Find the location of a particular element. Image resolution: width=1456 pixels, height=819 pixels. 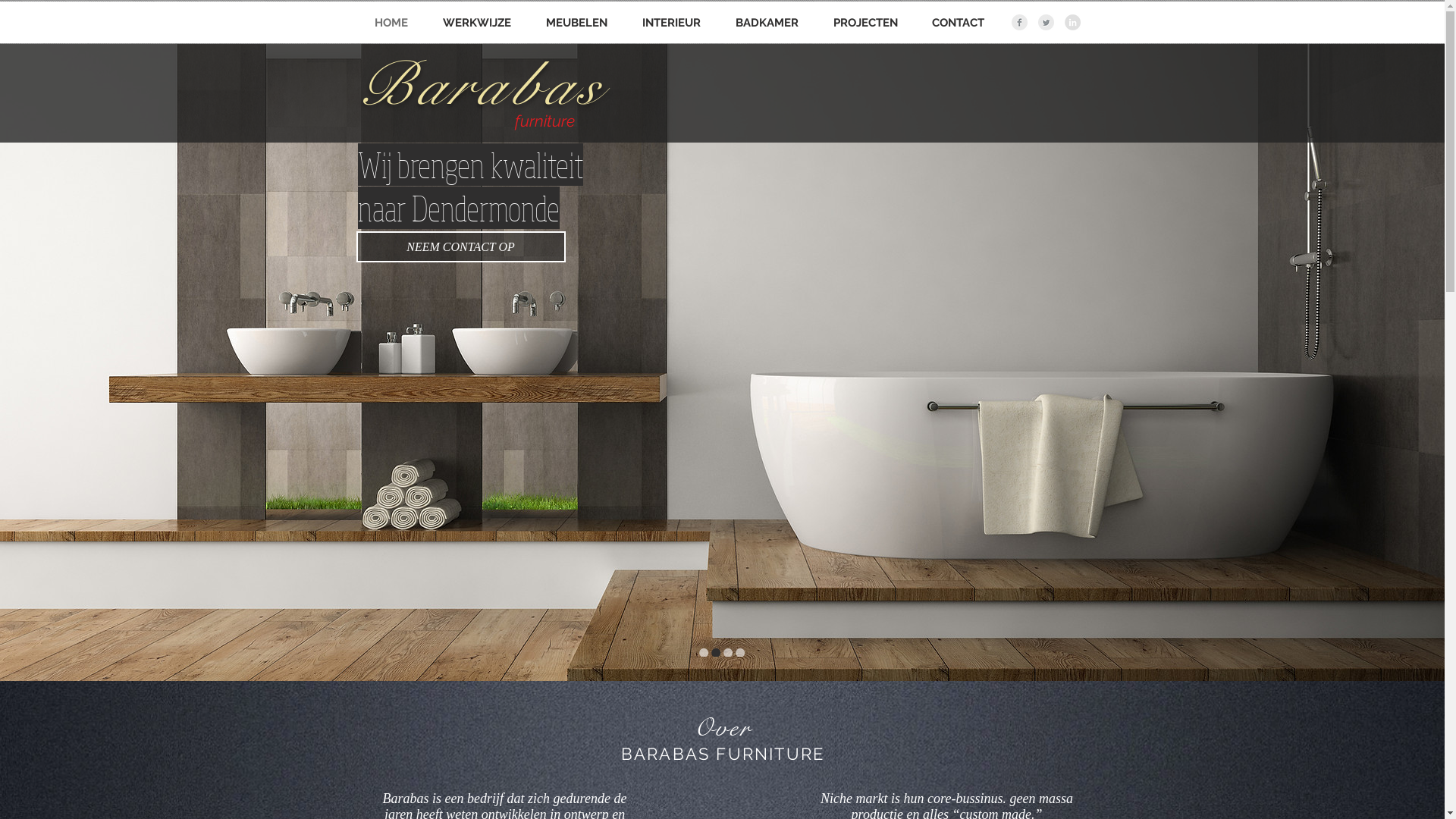

'MEUBELEN' is located at coordinates (575, 23).